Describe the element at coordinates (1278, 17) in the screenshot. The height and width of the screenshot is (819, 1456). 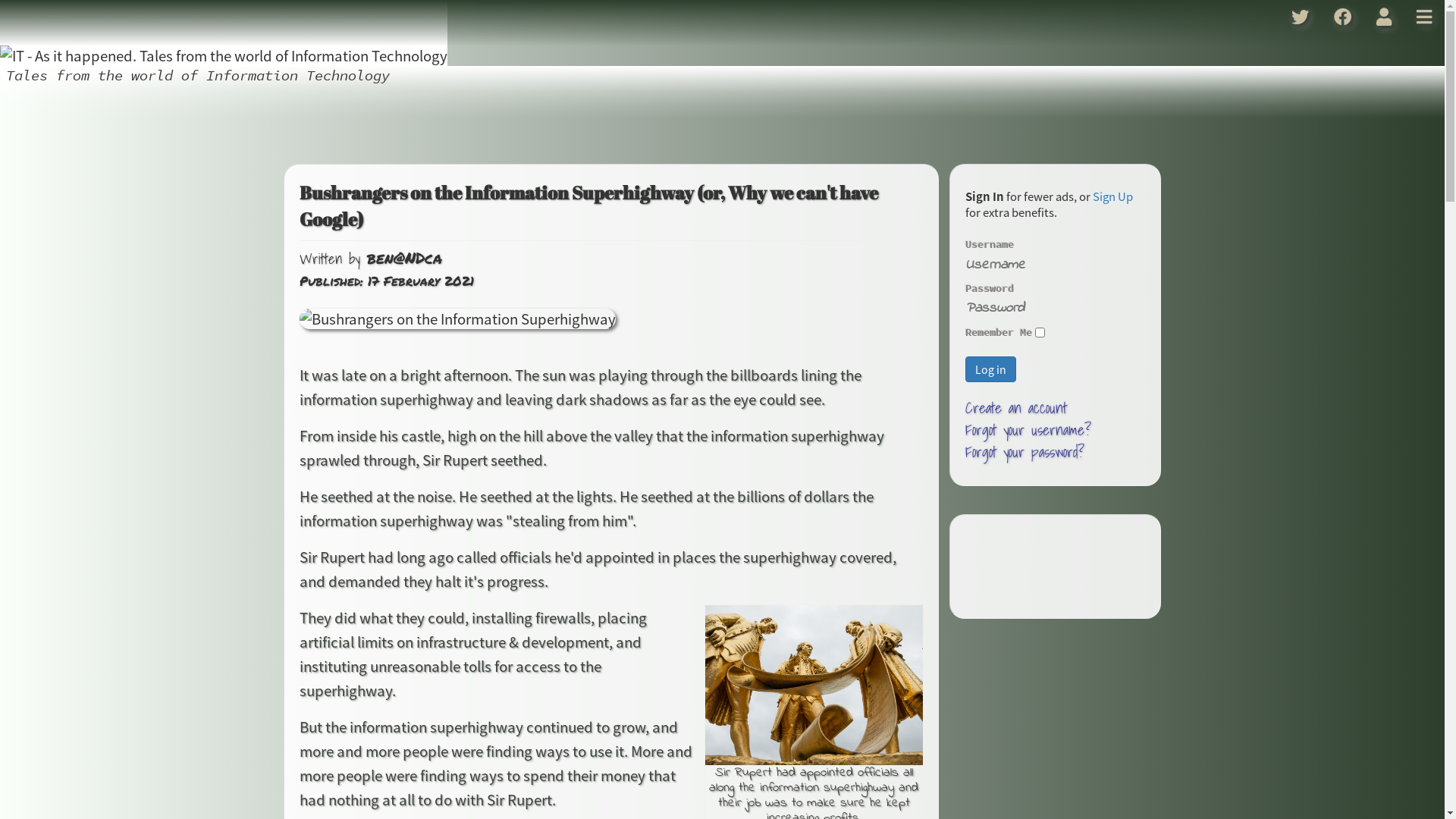
I see `'Follow us on Twitter'` at that location.